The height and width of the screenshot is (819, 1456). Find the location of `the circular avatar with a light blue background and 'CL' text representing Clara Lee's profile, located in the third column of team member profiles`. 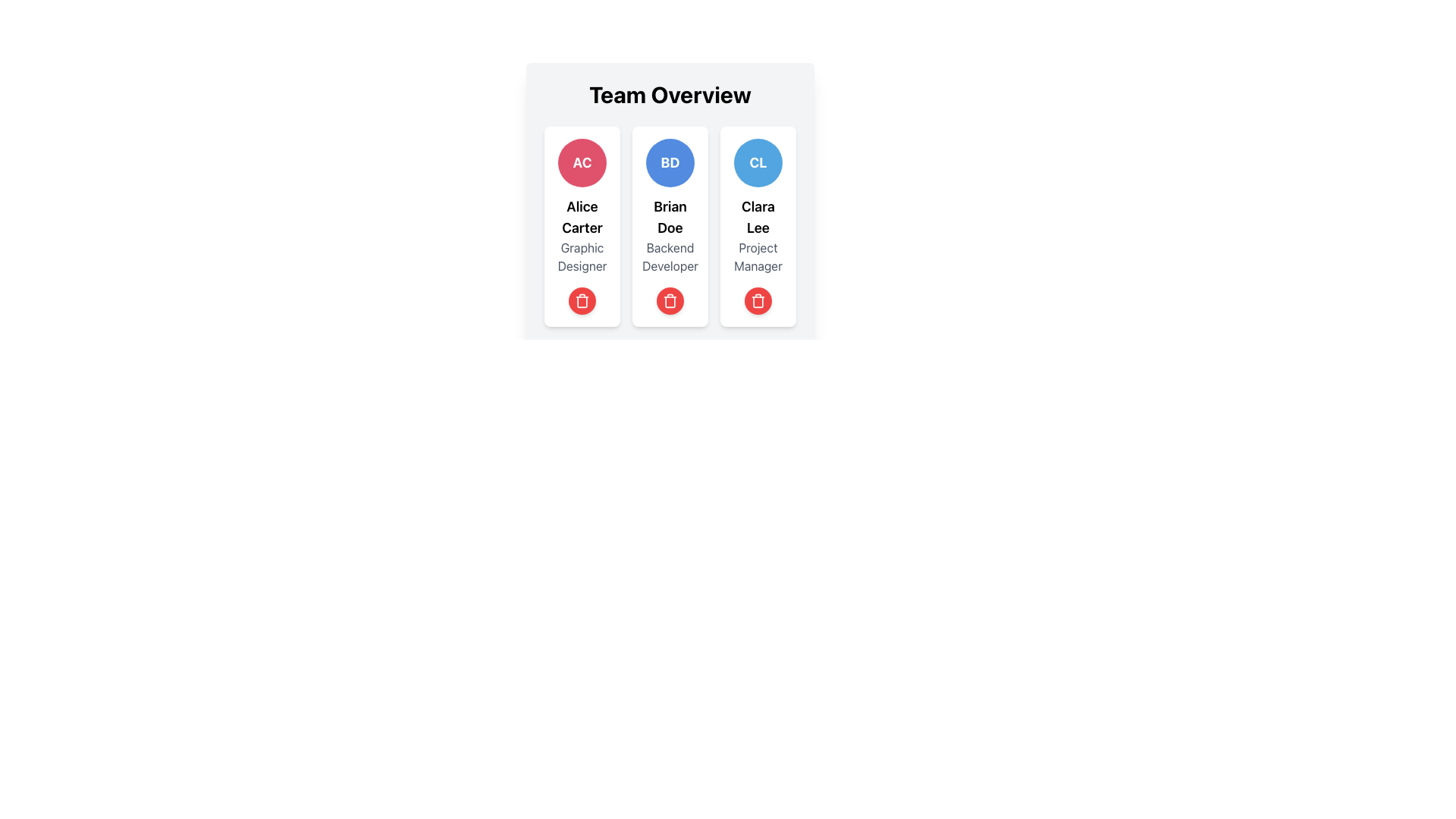

the circular avatar with a light blue background and 'CL' text representing Clara Lee's profile, located in the third column of team member profiles is located at coordinates (758, 163).